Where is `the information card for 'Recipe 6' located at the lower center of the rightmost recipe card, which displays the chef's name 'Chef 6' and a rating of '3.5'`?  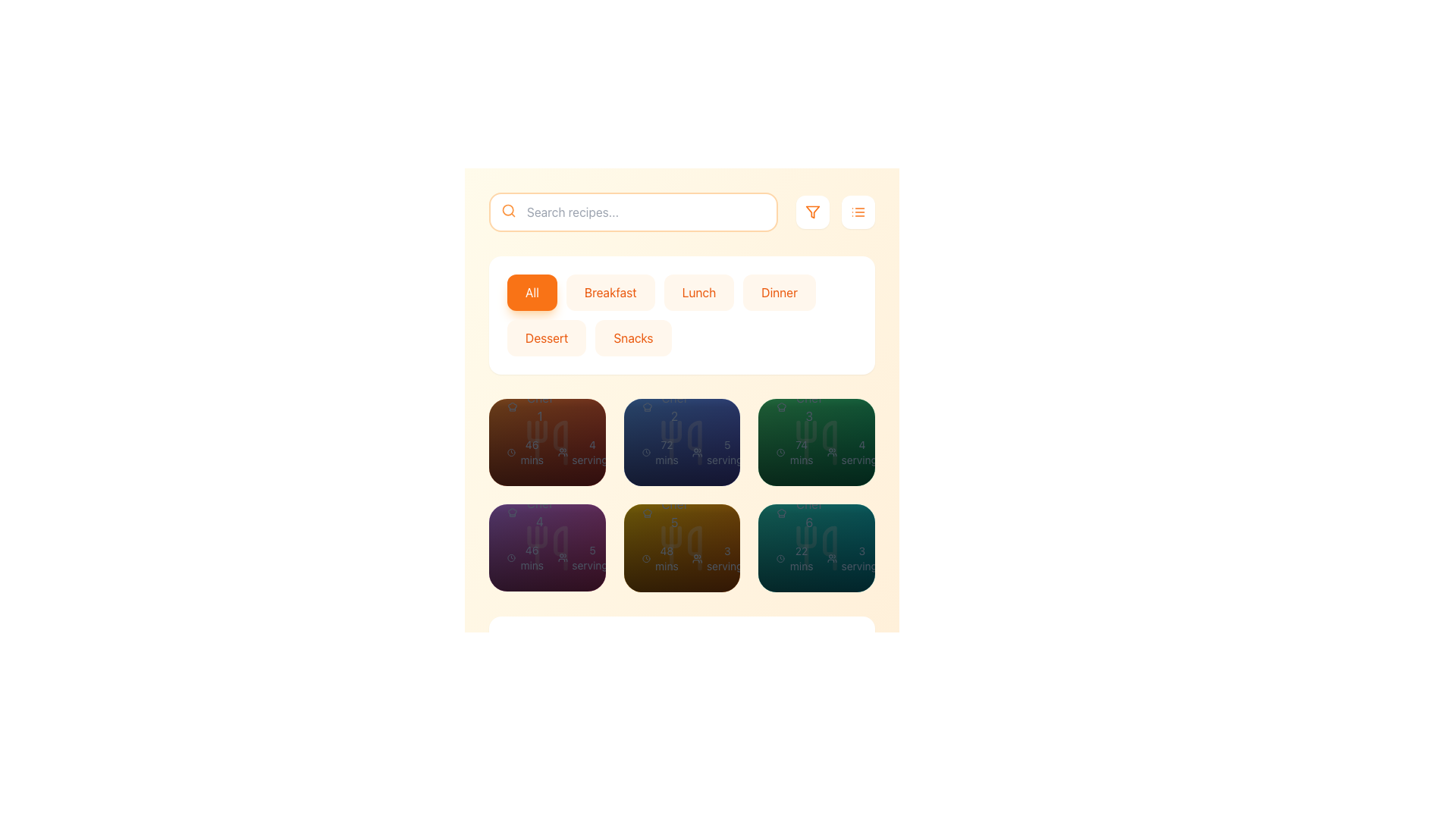 the information card for 'Recipe 6' located at the lower center of the rightmost recipe card, which displays the chef's name 'Chef 6' and a rating of '3.5' is located at coordinates (816, 491).